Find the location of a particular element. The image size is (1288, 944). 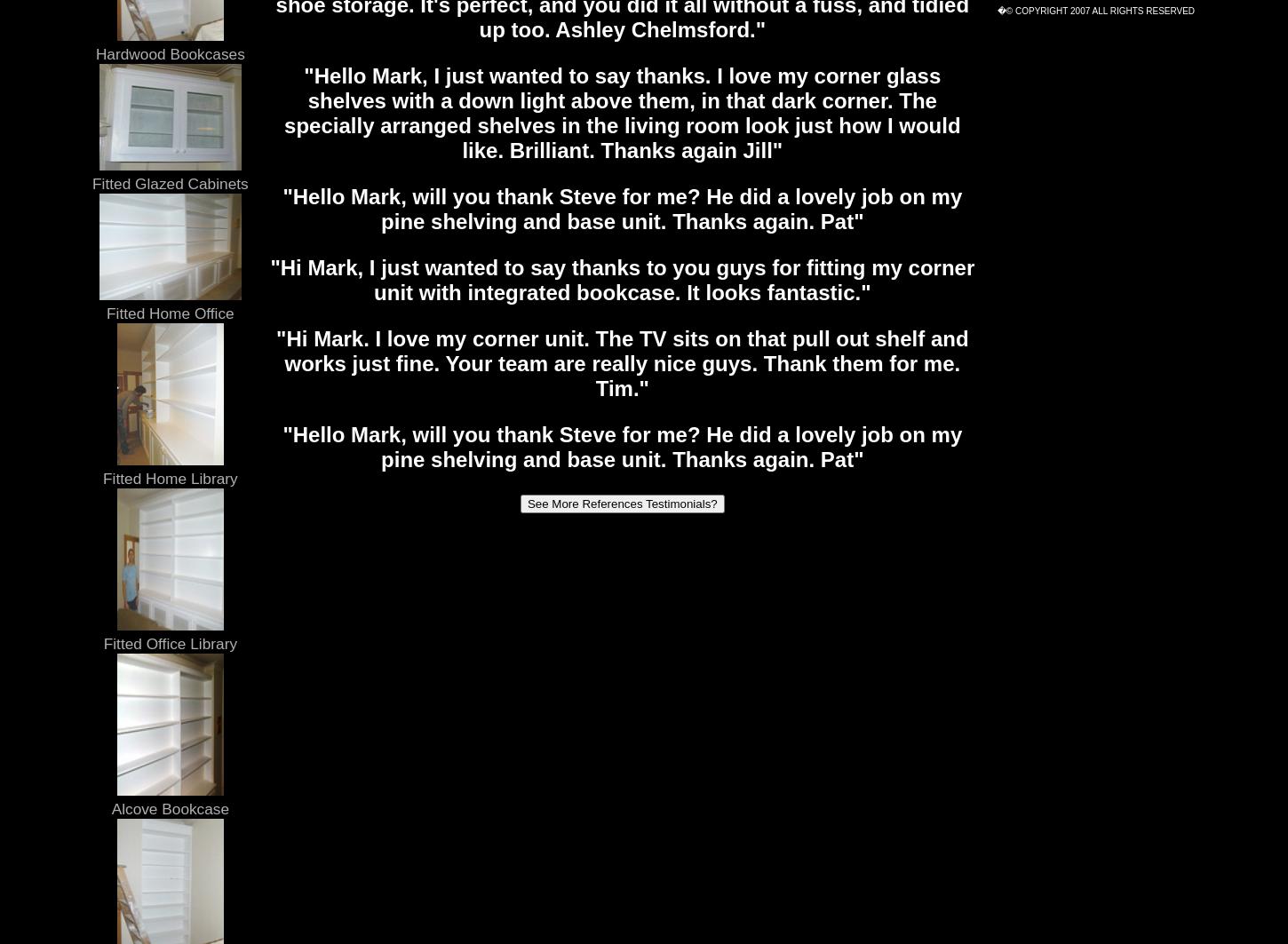

'"Hi Mark. I love my corner unit. The TV sits on that pull out shelf and works just fine. Your team are really nice guys. Thank them for me. Tim."' is located at coordinates (621, 363).